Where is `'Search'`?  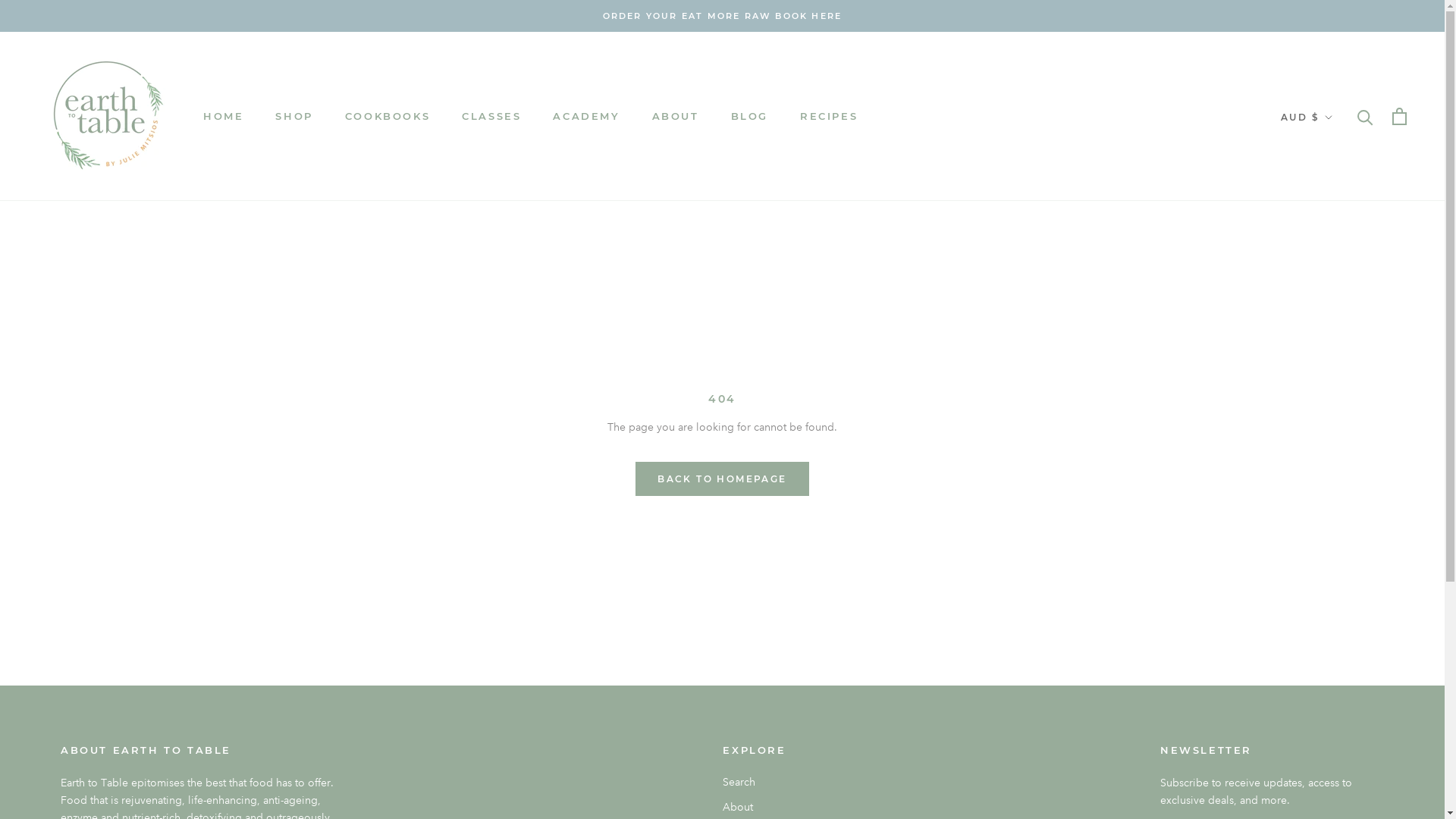 'Search' is located at coordinates (722, 782).